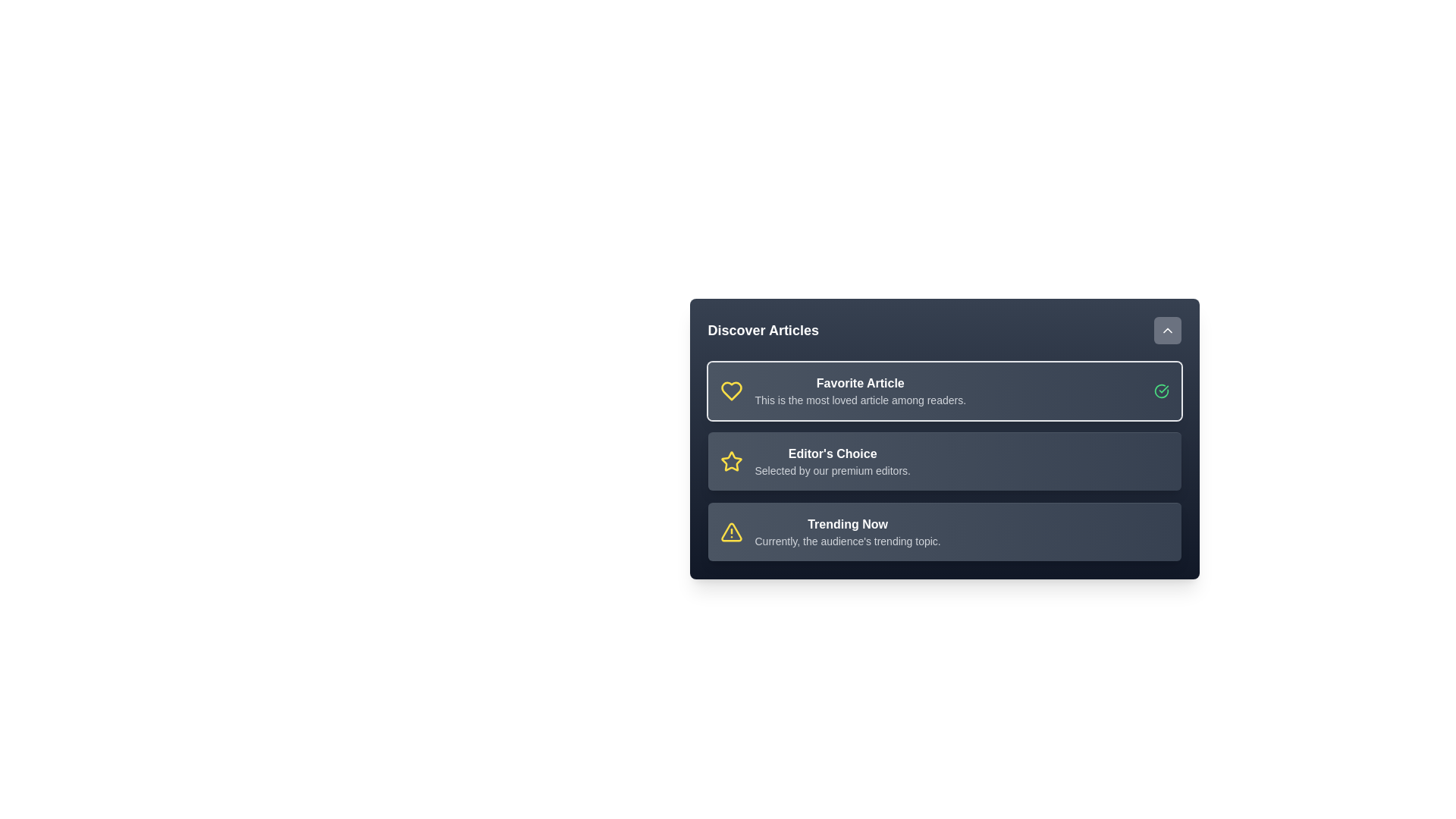  I want to click on the article titled Trending Now, so click(943, 531).